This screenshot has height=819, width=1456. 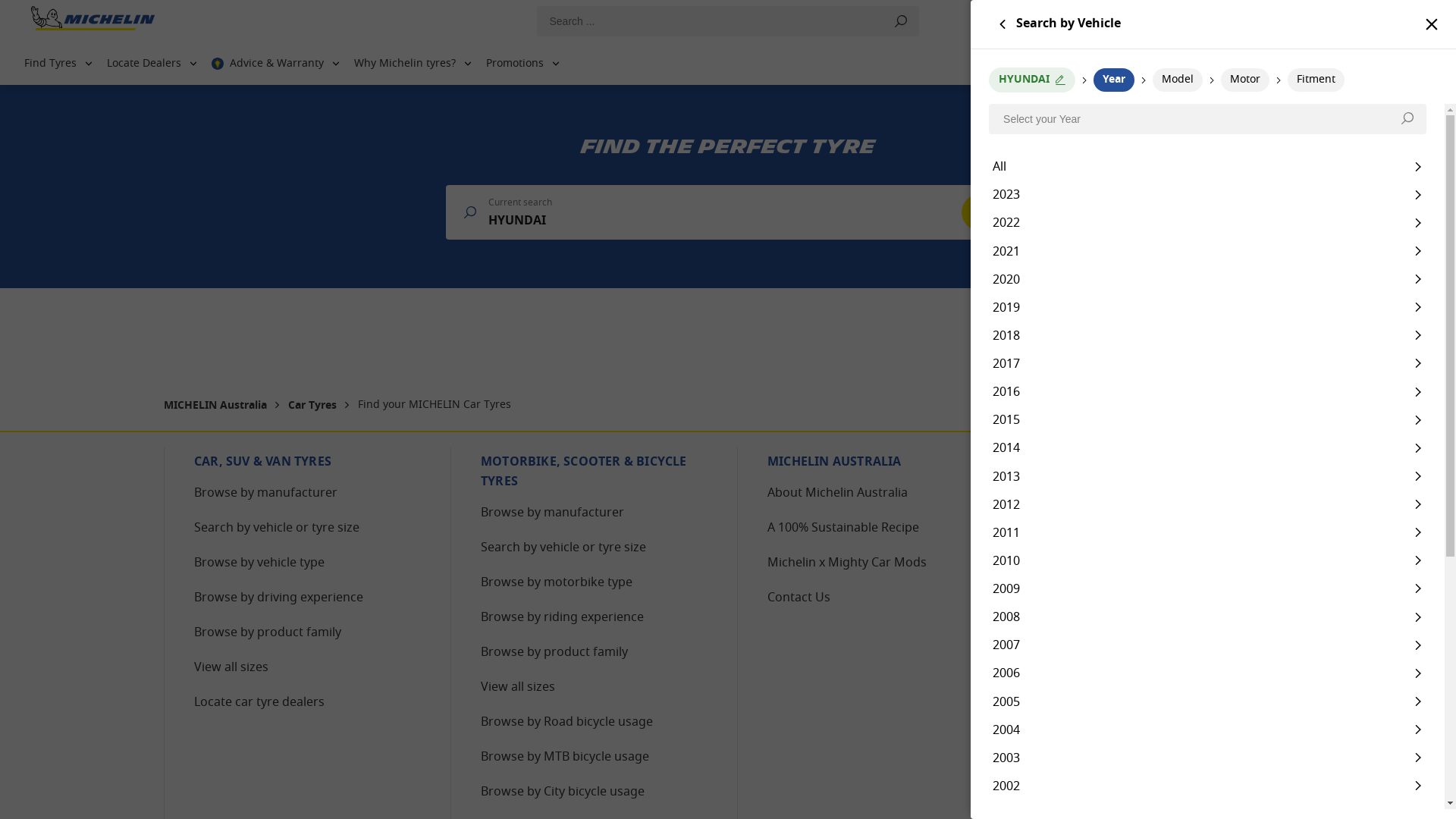 What do you see at coordinates (1207, 672) in the screenshot?
I see `'2006'` at bounding box center [1207, 672].